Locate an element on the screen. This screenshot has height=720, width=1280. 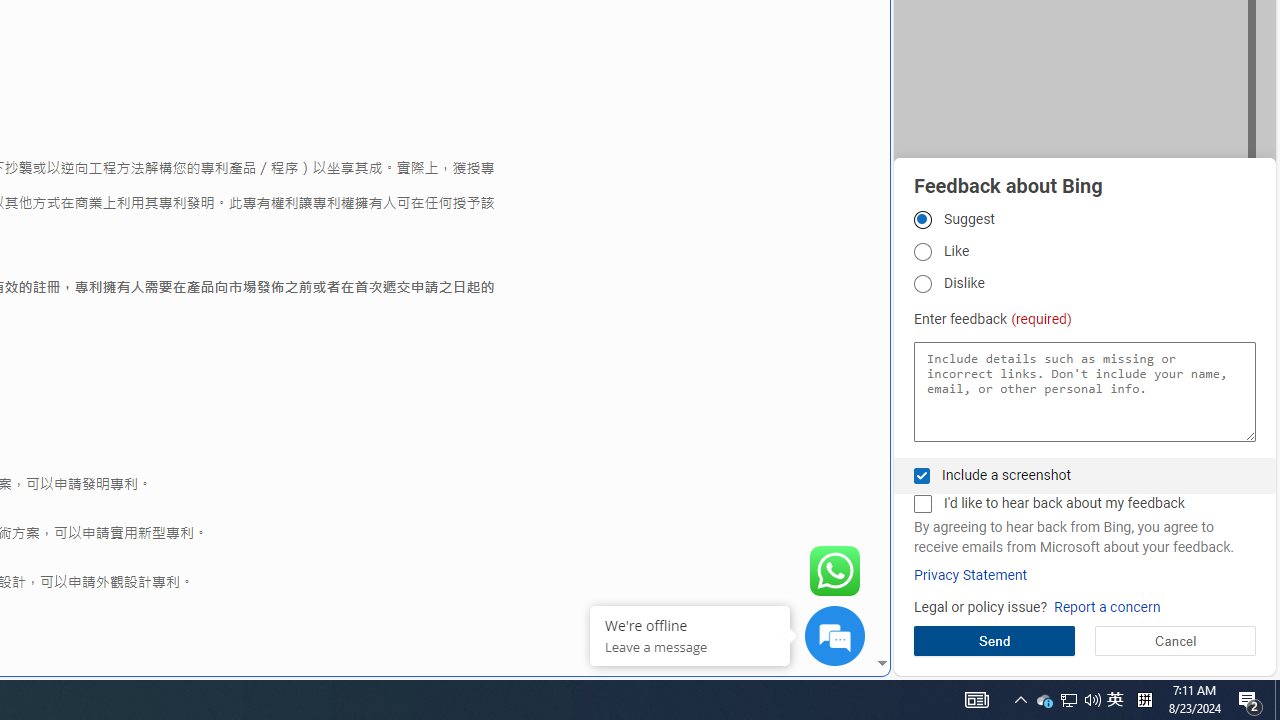
'Report a concern' is located at coordinates (1106, 606).